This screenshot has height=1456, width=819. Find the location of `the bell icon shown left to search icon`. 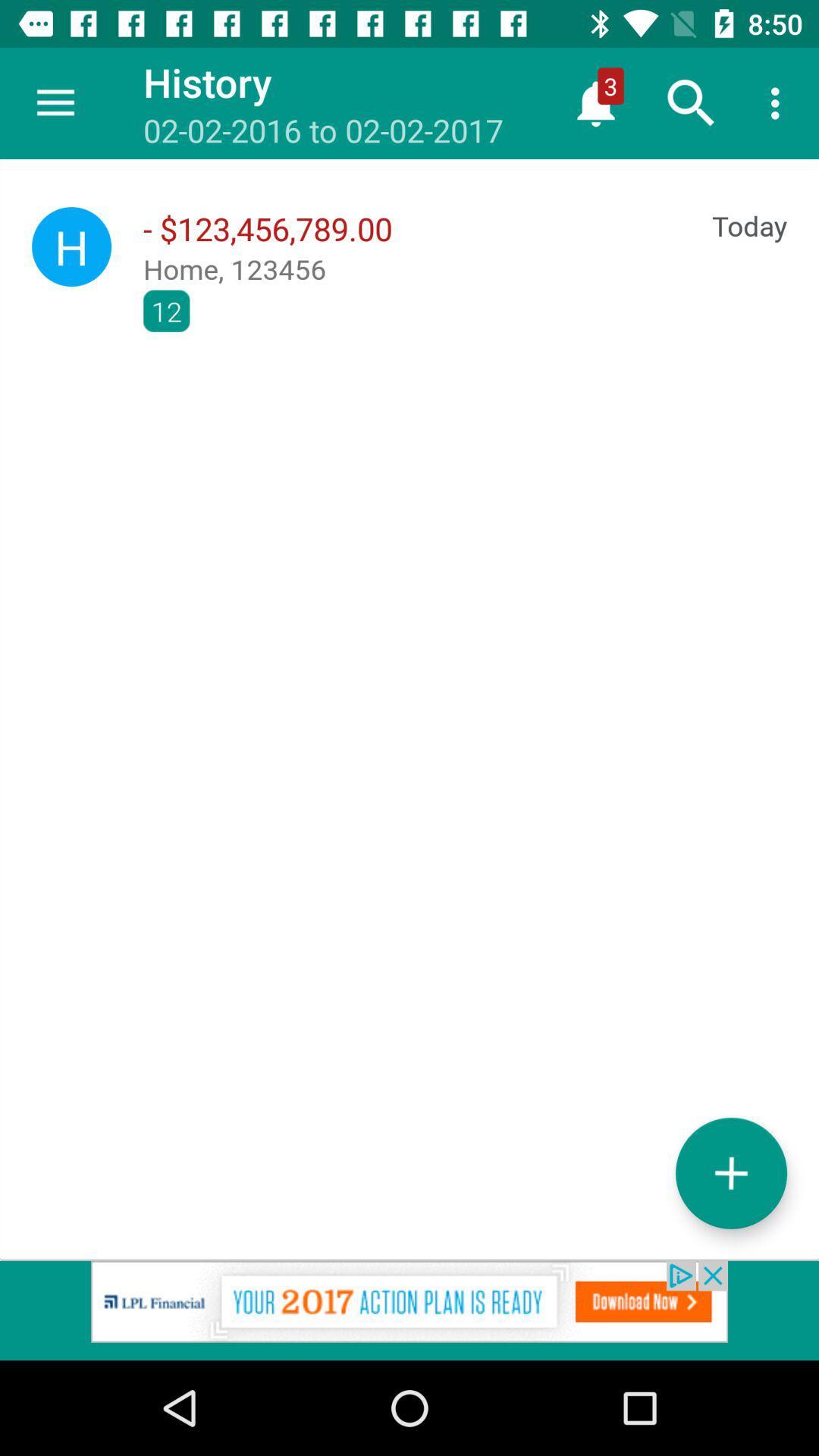

the bell icon shown left to search icon is located at coordinates (595, 102).